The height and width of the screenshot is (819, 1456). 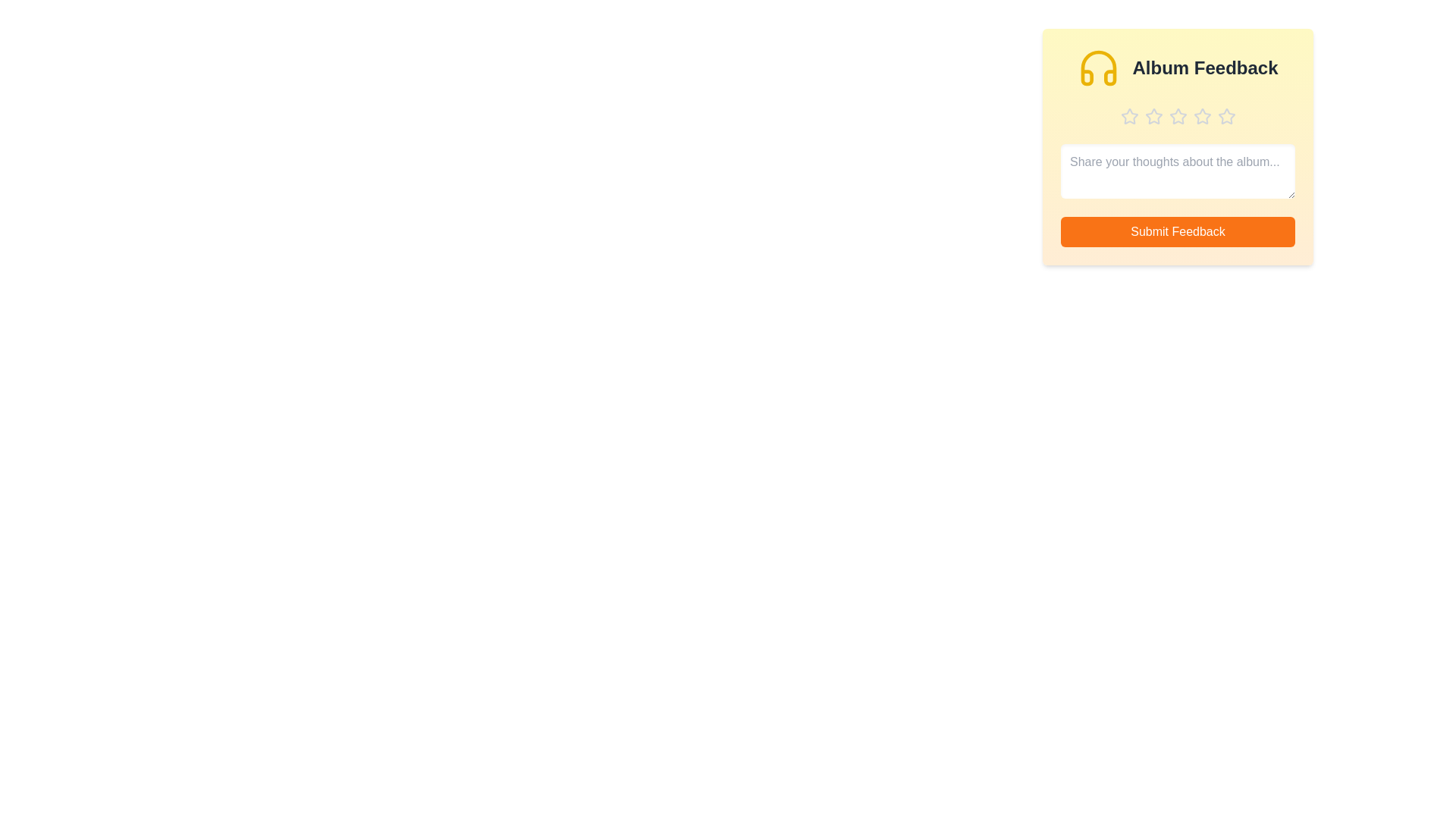 What do you see at coordinates (1226, 116) in the screenshot?
I see `the star corresponding to 5 stars to preview the rating` at bounding box center [1226, 116].